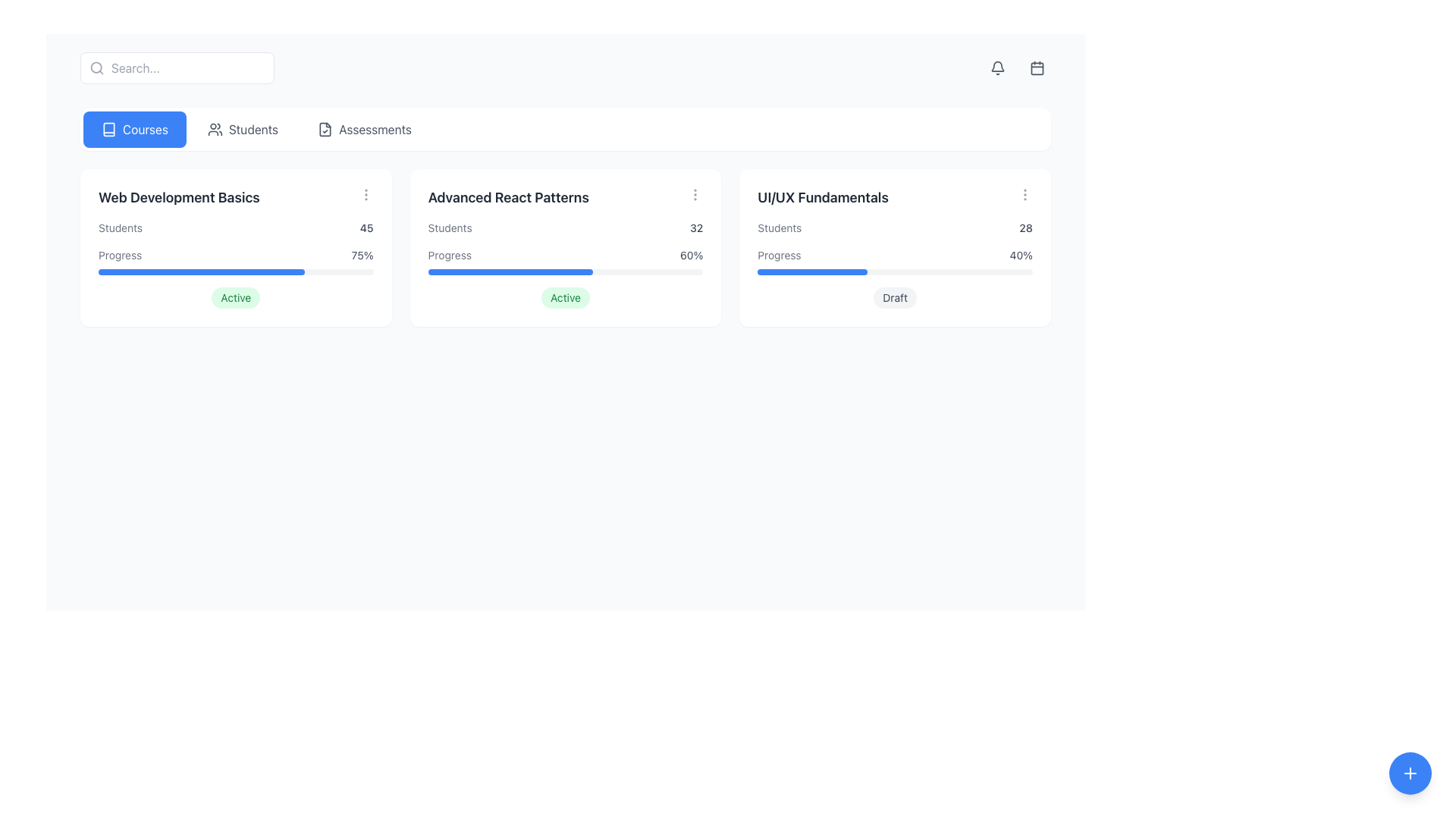 The width and height of the screenshot is (1456, 819). What do you see at coordinates (564, 298) in the screenshot?
I see `the 'Active' status indicator badge located at the bottom center of the 'Advanced React Patterns' course card` at bounding box center [564, 298].